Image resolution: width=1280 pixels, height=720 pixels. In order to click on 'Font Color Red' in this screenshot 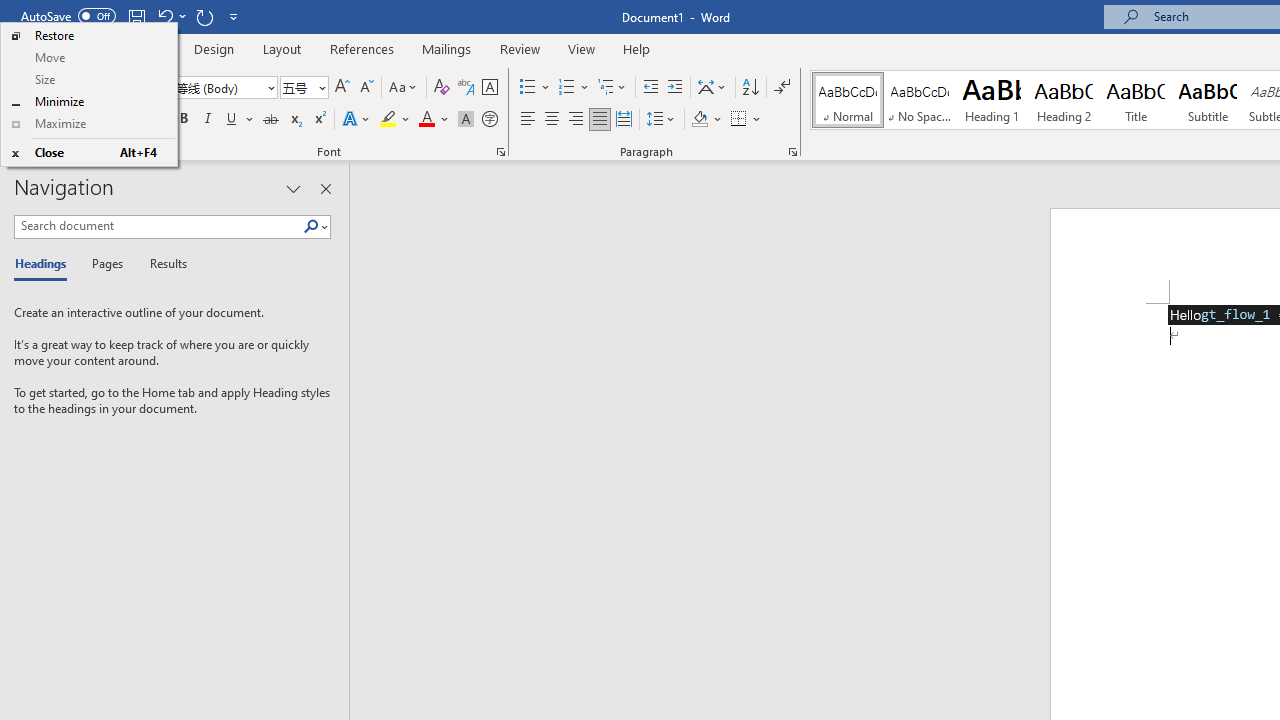, I will do `click(425, 119)`.